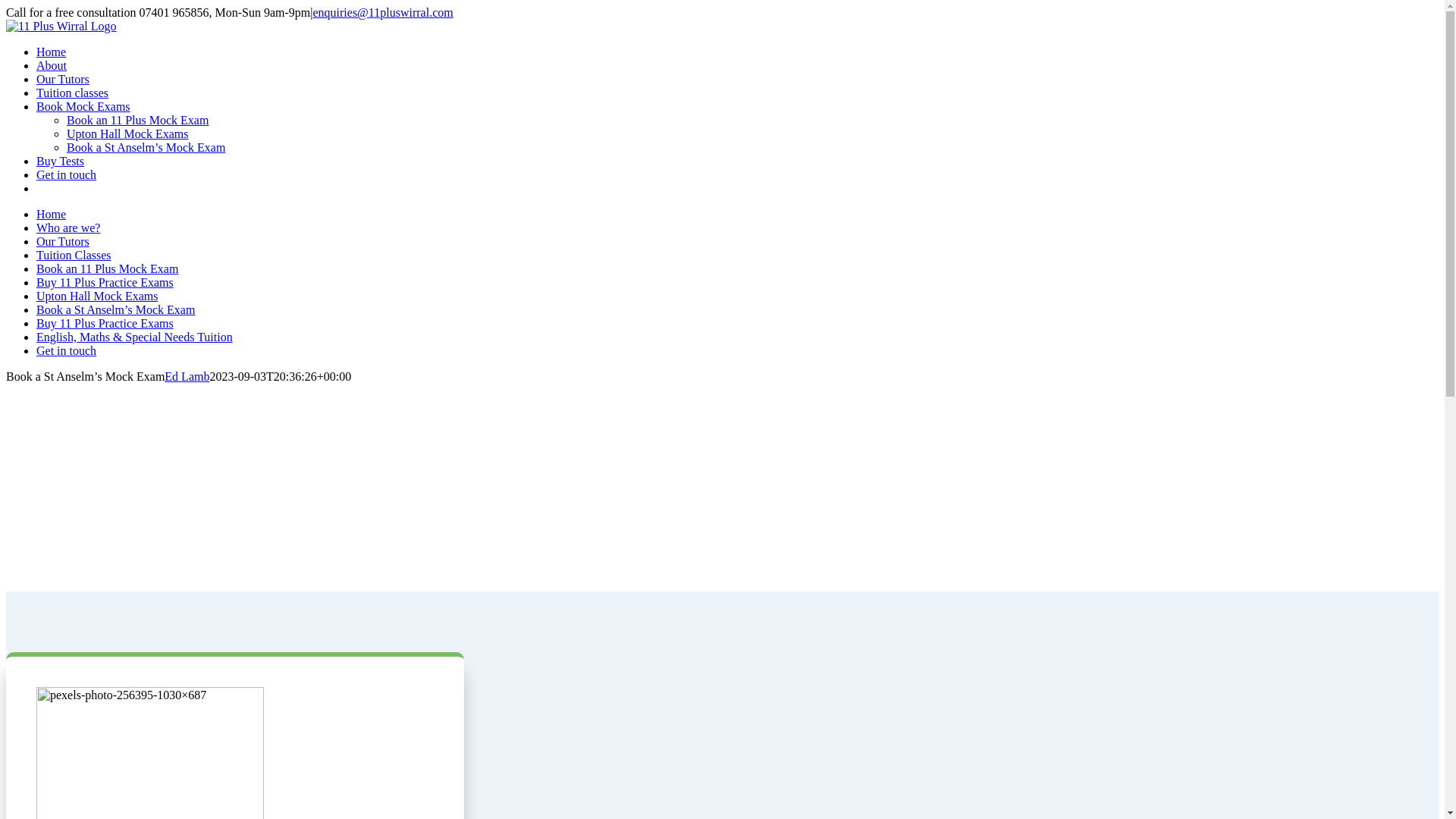 This screenshot has width=1456, height=819. I want to click on 'Get in touch', so click(65, 174).